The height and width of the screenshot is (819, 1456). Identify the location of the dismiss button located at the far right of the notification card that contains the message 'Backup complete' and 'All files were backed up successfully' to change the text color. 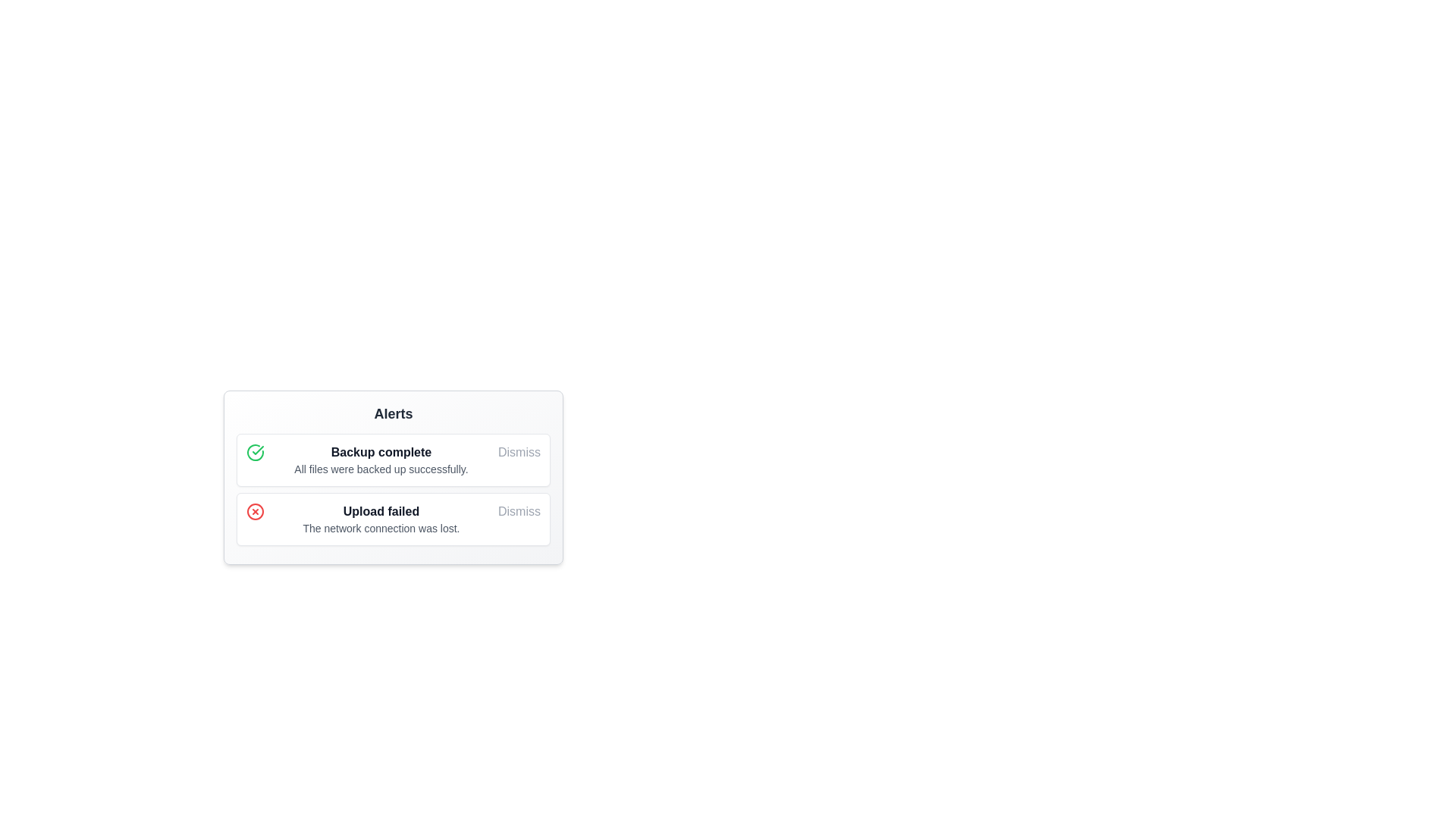
(519, 452).